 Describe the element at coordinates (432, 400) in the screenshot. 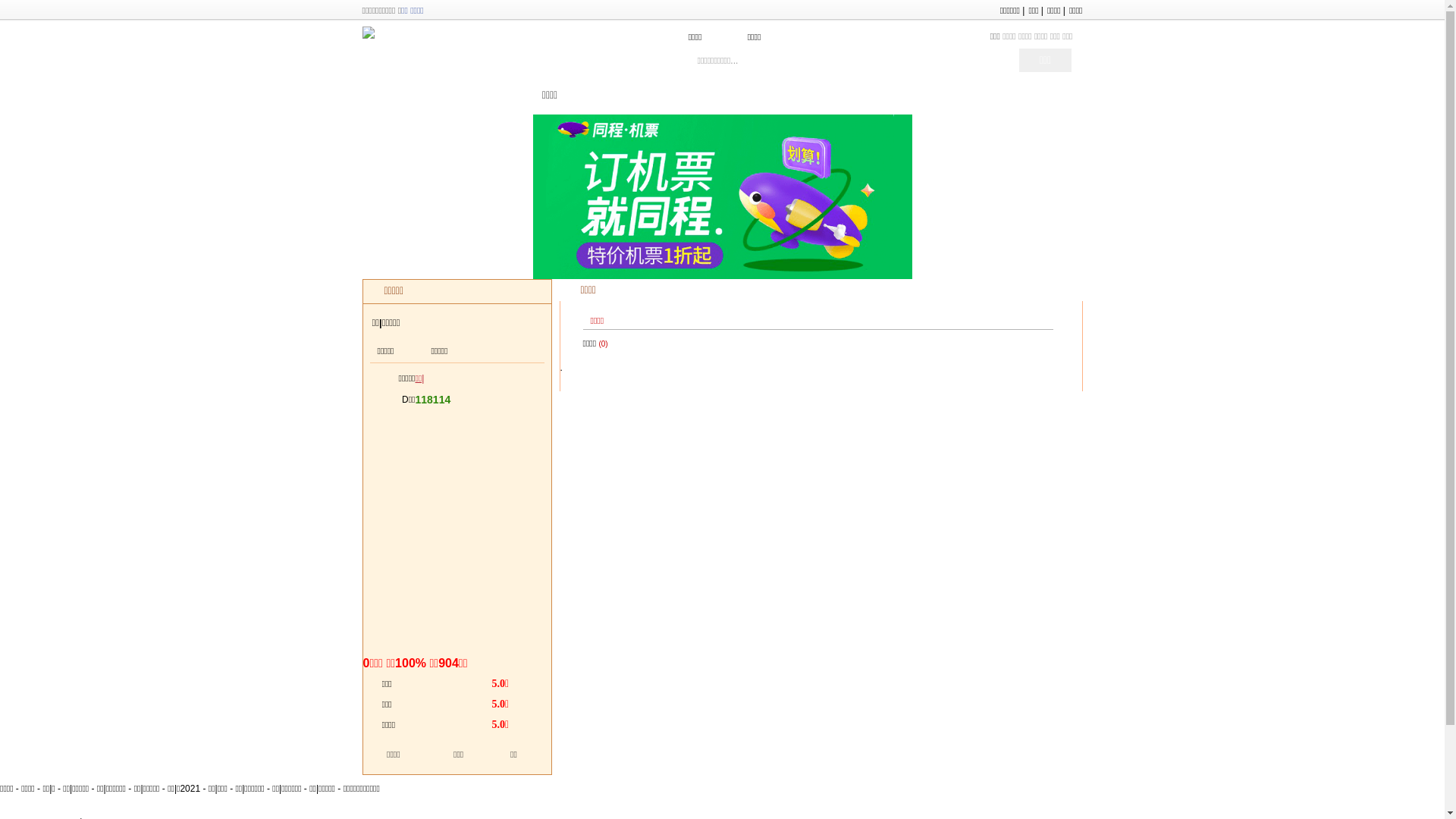

I see `'118114'` at that location.